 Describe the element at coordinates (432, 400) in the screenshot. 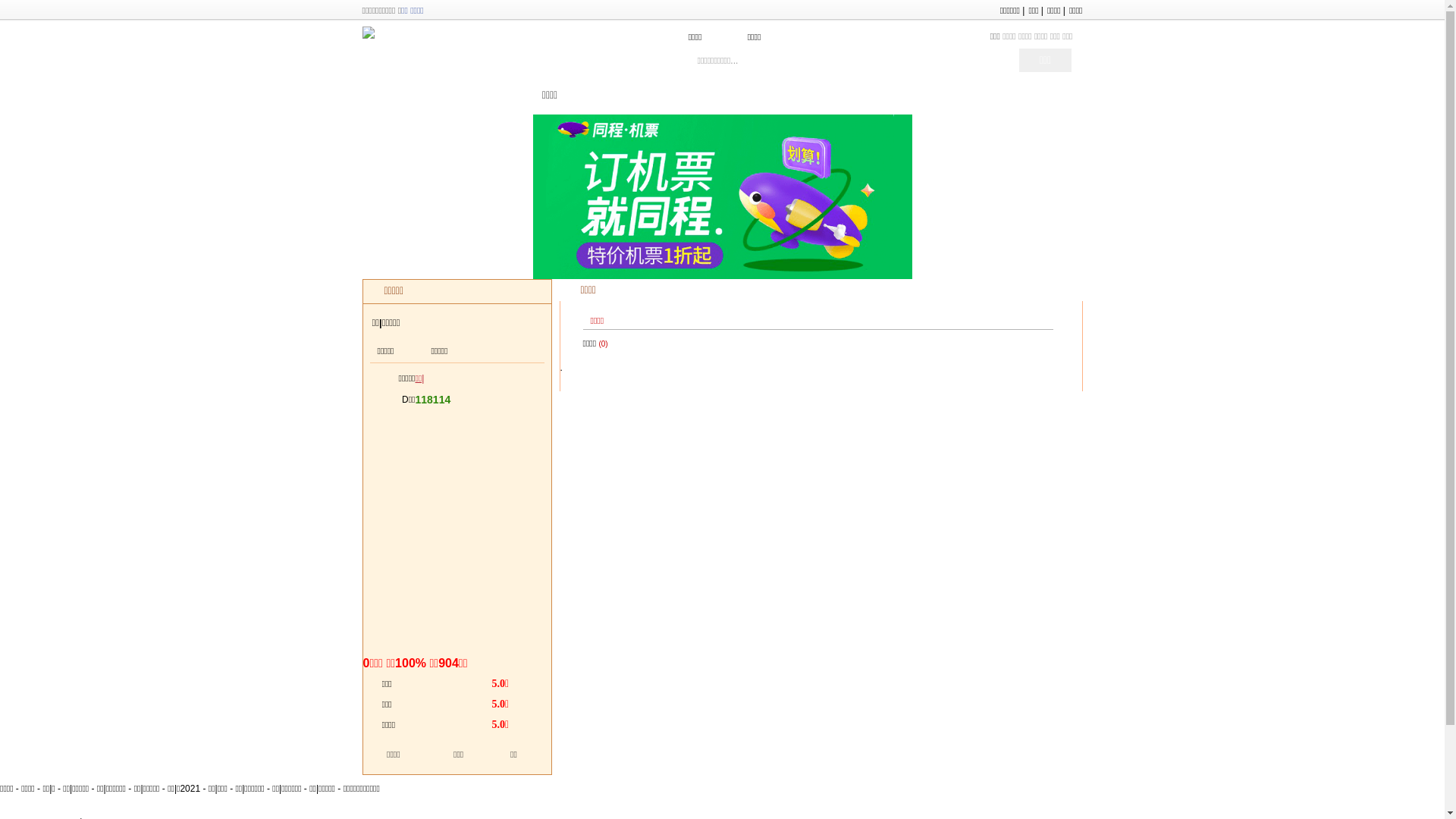

I see `'118114'` at that location.